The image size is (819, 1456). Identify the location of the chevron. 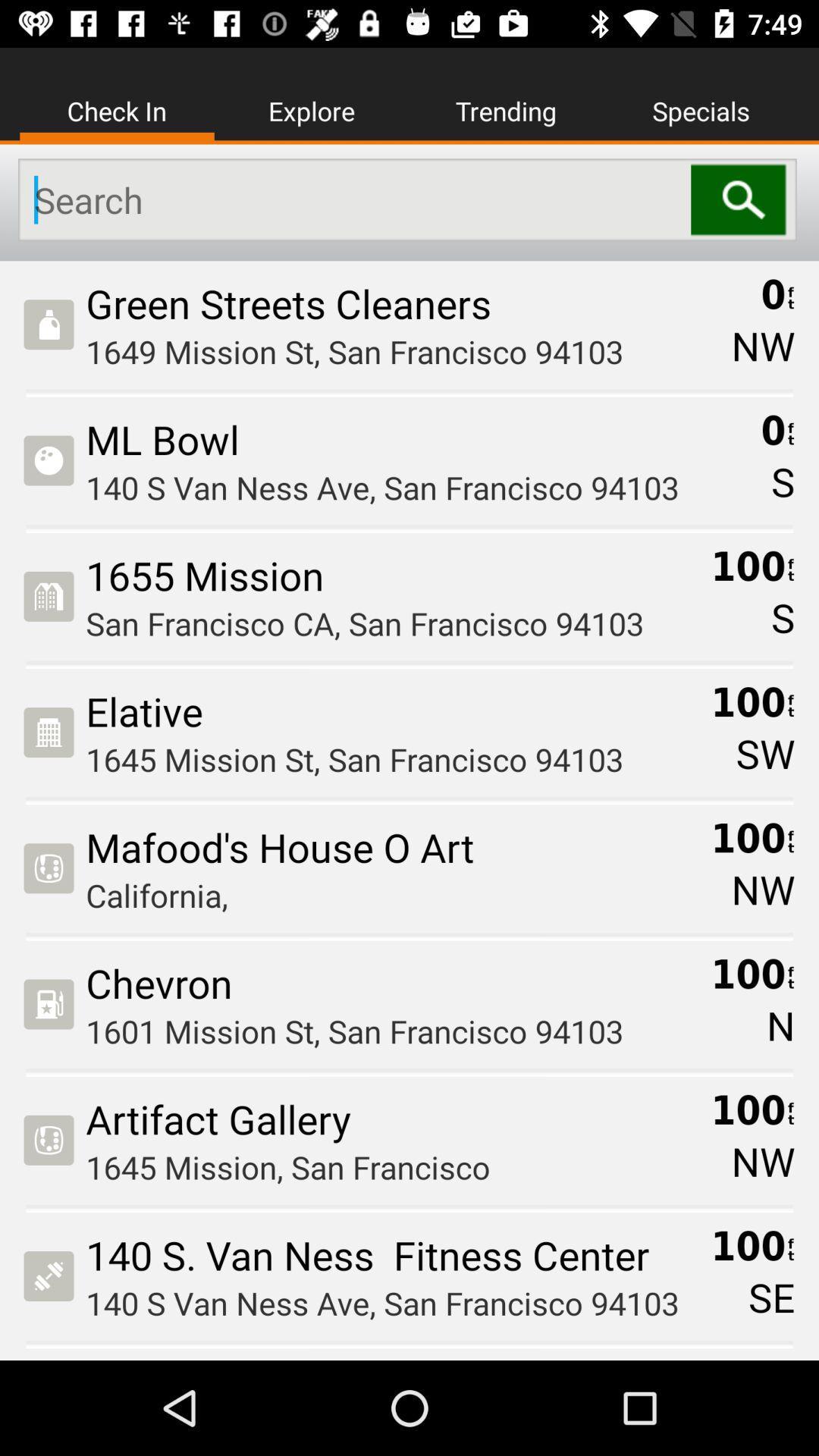
(392, 983).